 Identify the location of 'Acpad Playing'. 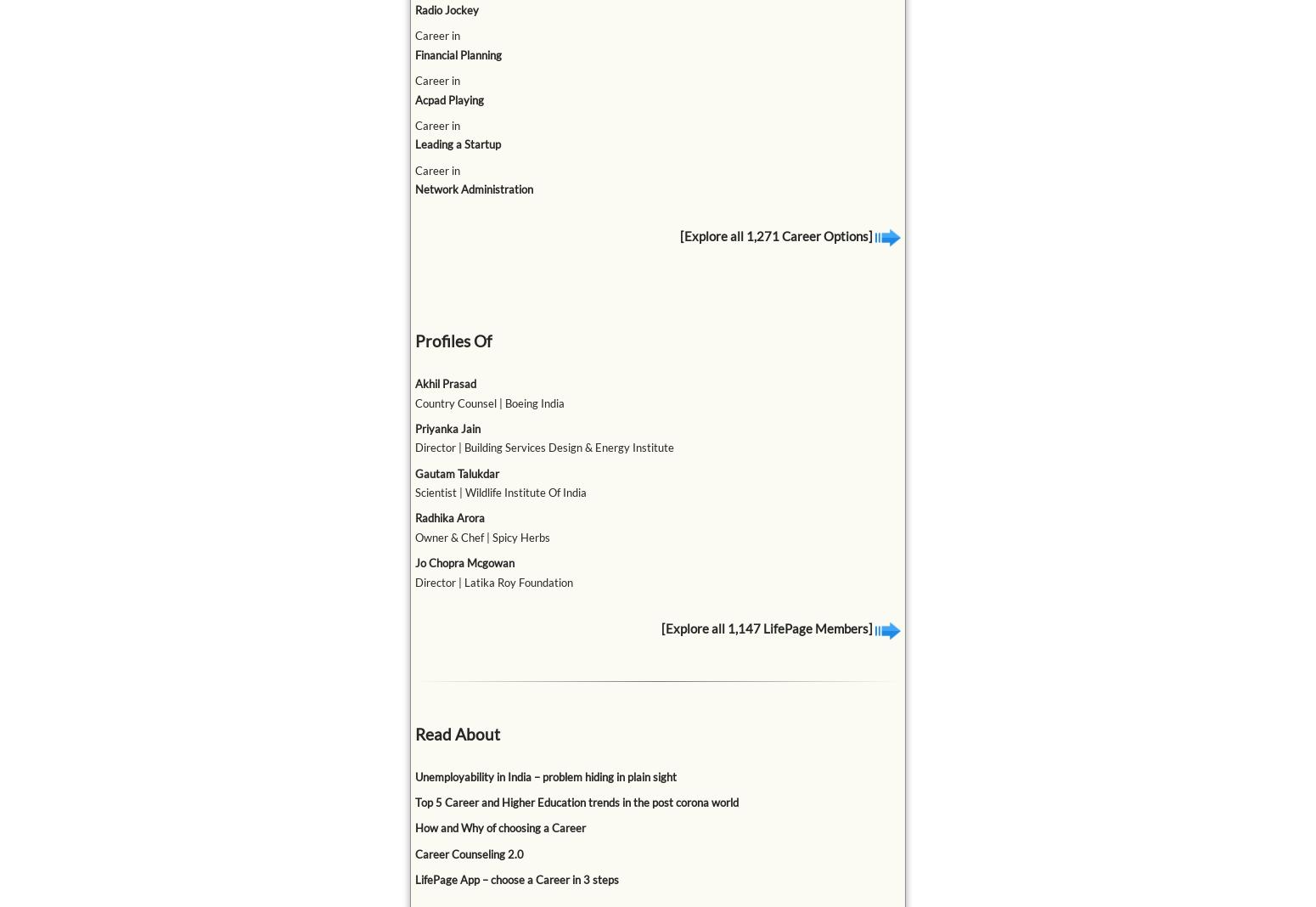
(447, 99).